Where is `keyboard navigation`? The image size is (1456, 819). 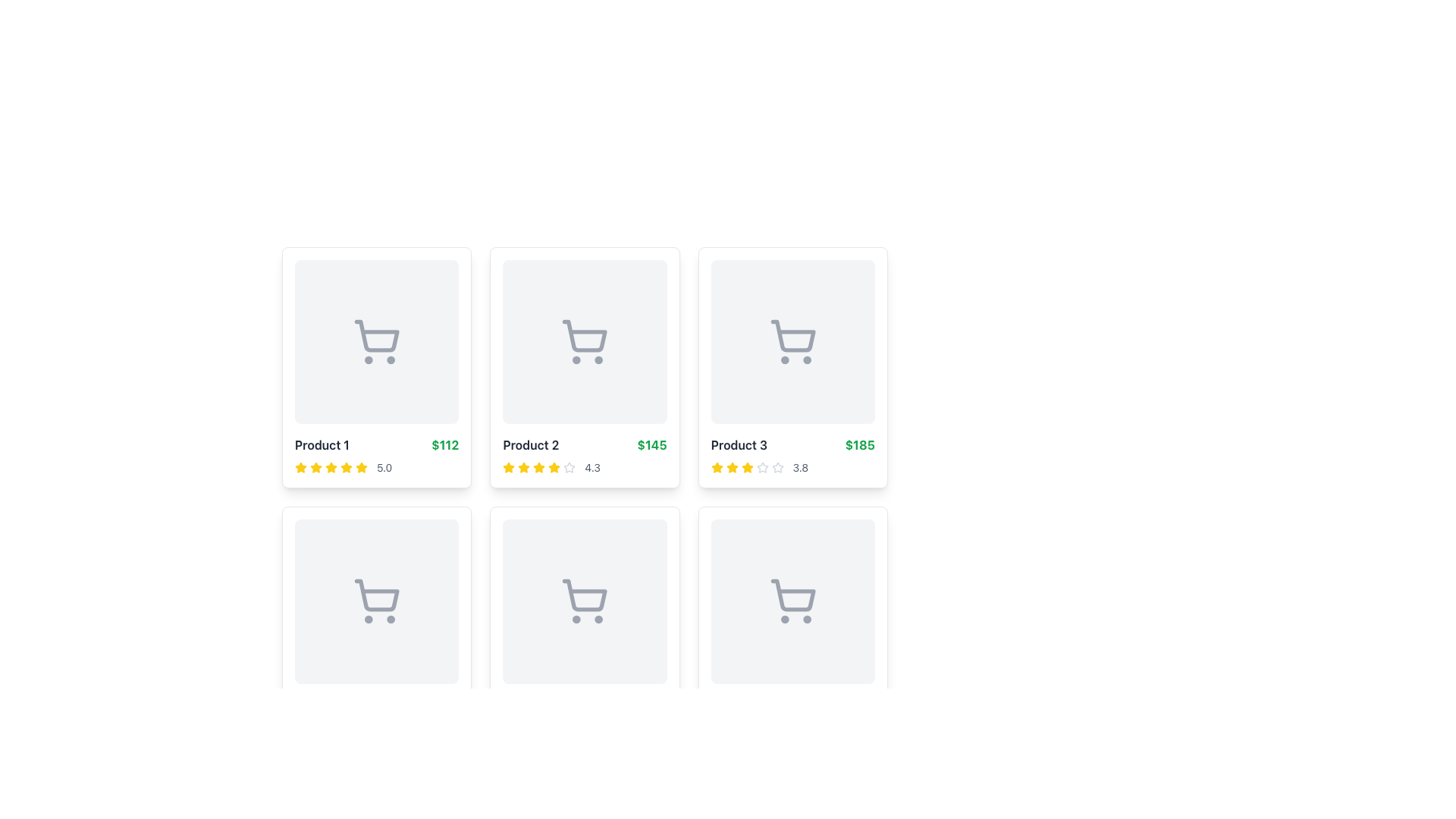 keyboard navigation is located at coordinates (301, 467).